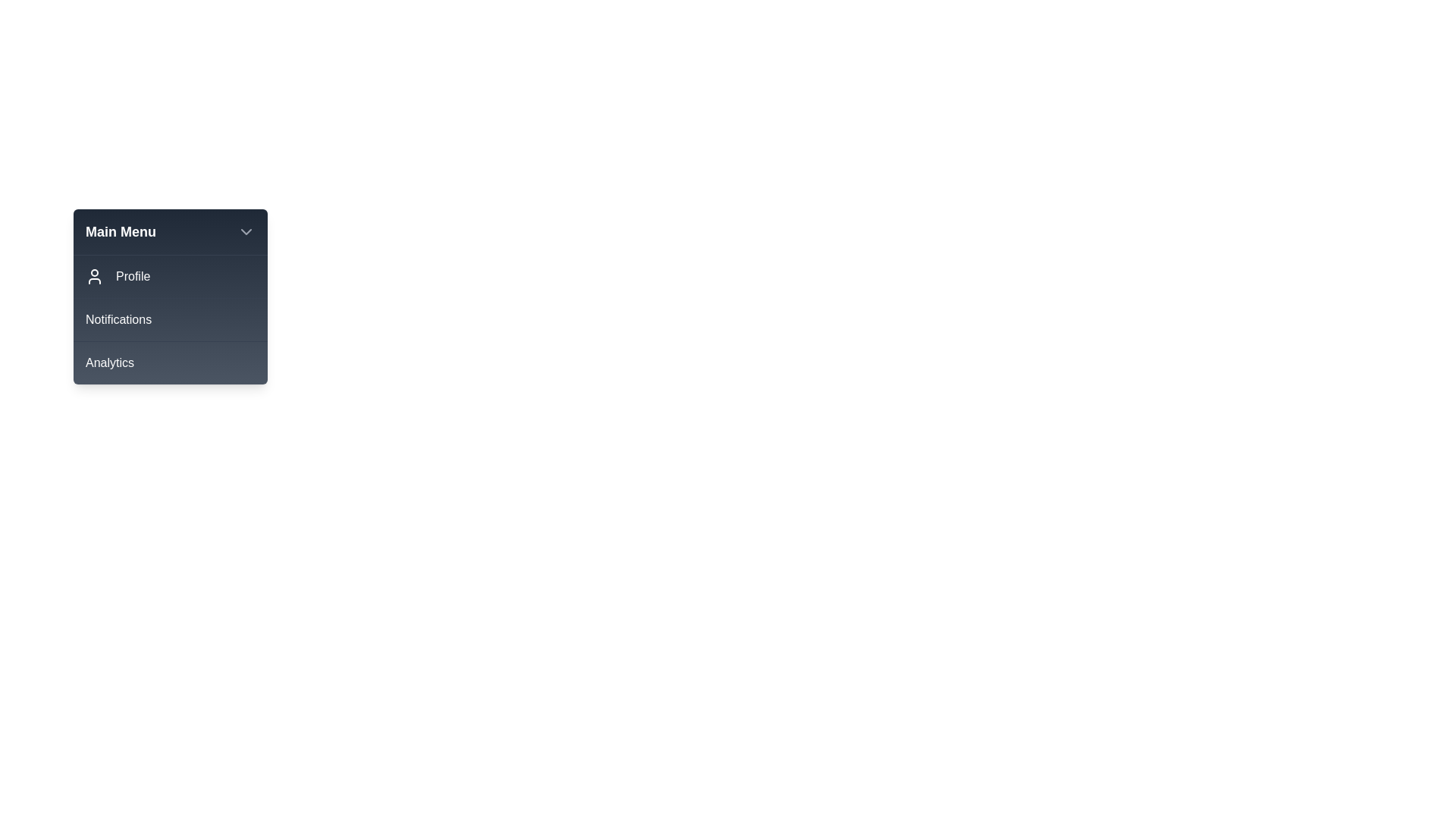 The width and height of the screenshot is (1456, 819). What do you see at coordinates (171, 318) in the screenshot?
I see `the menu item Notifications from the interactive menu` at bounding box center [171, 318].